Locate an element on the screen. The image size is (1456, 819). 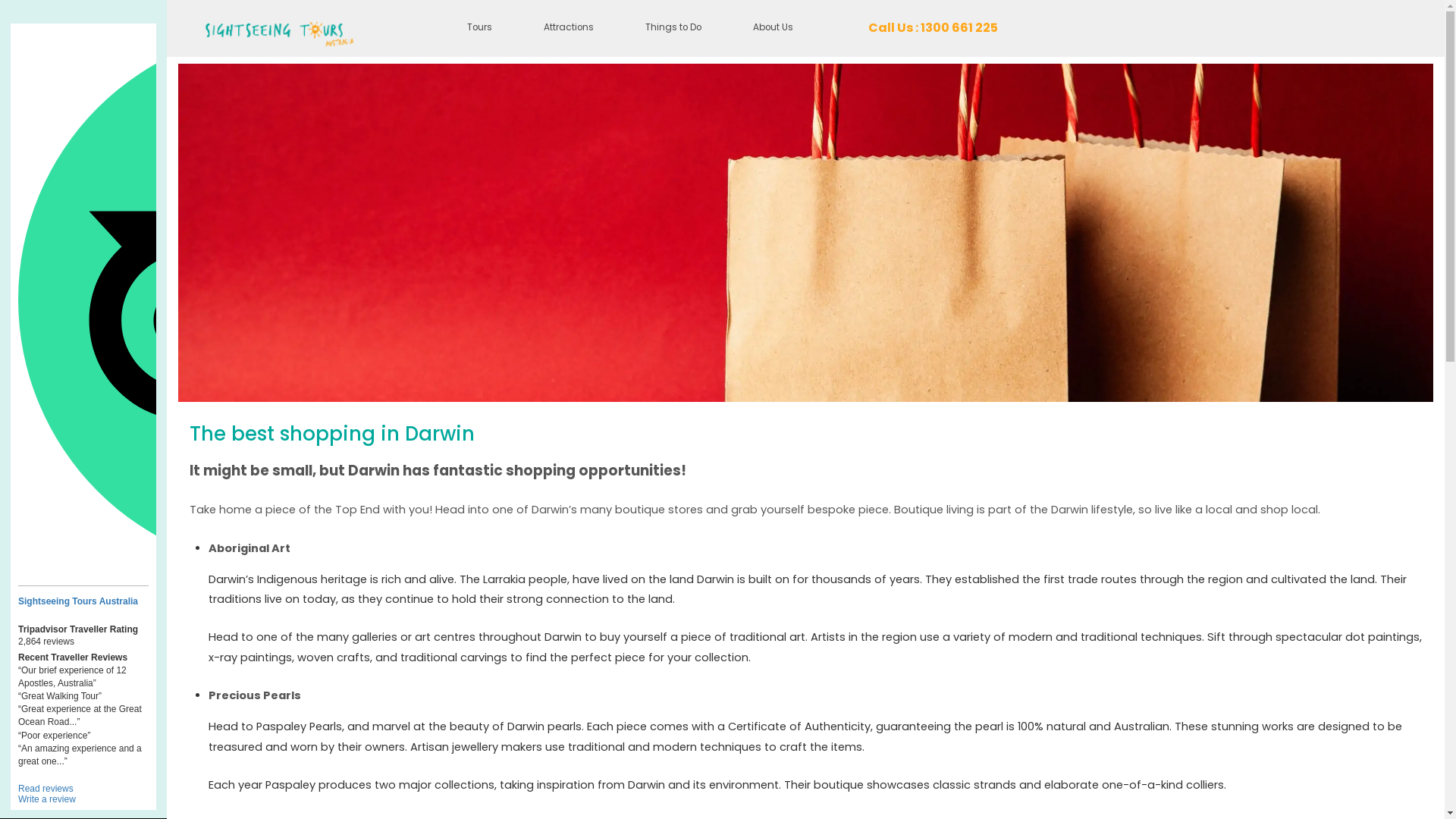
'About Us' is located at coordinates (773, 28).